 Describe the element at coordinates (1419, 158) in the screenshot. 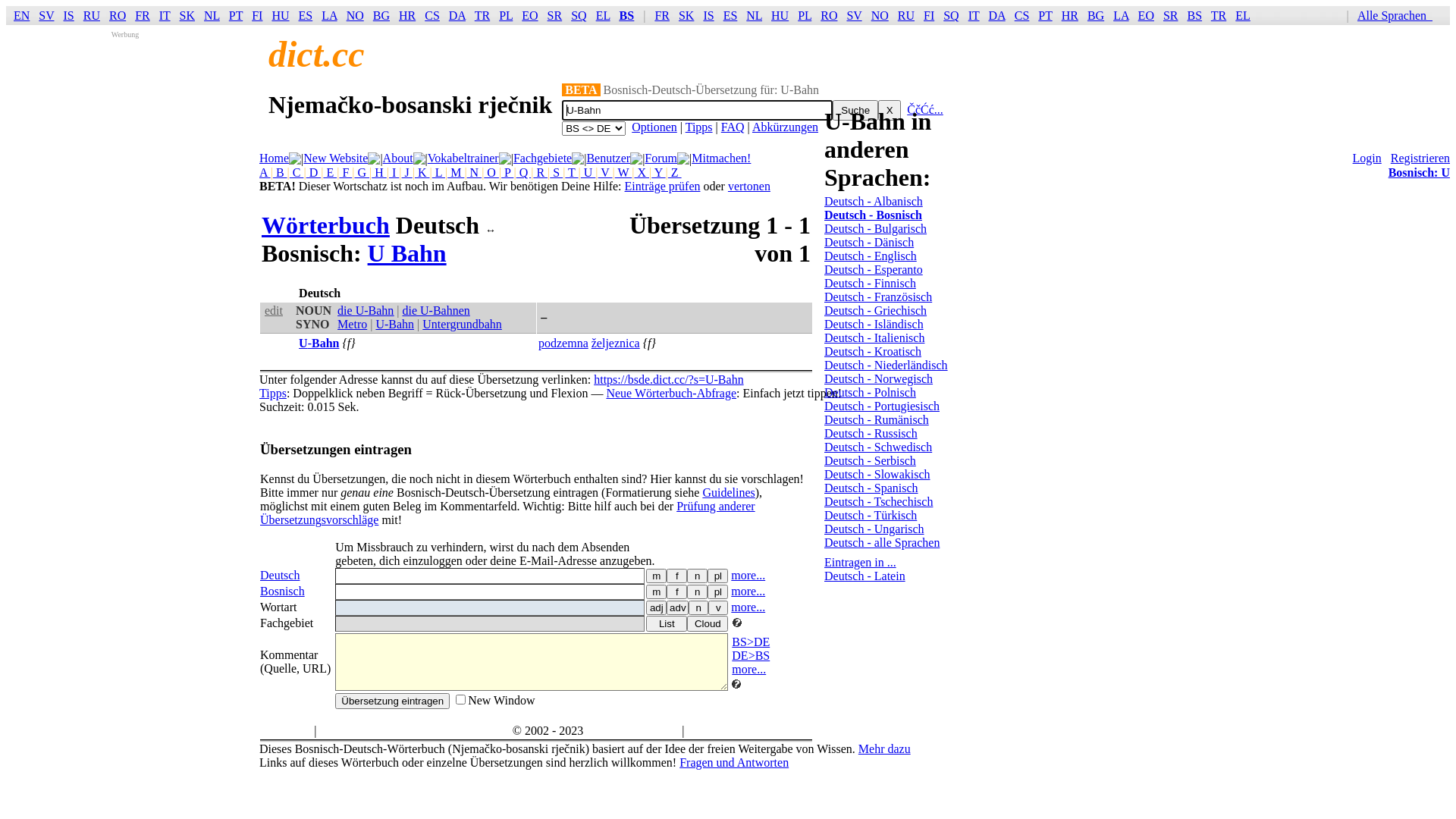

I see `'Registrieren'` at that location.